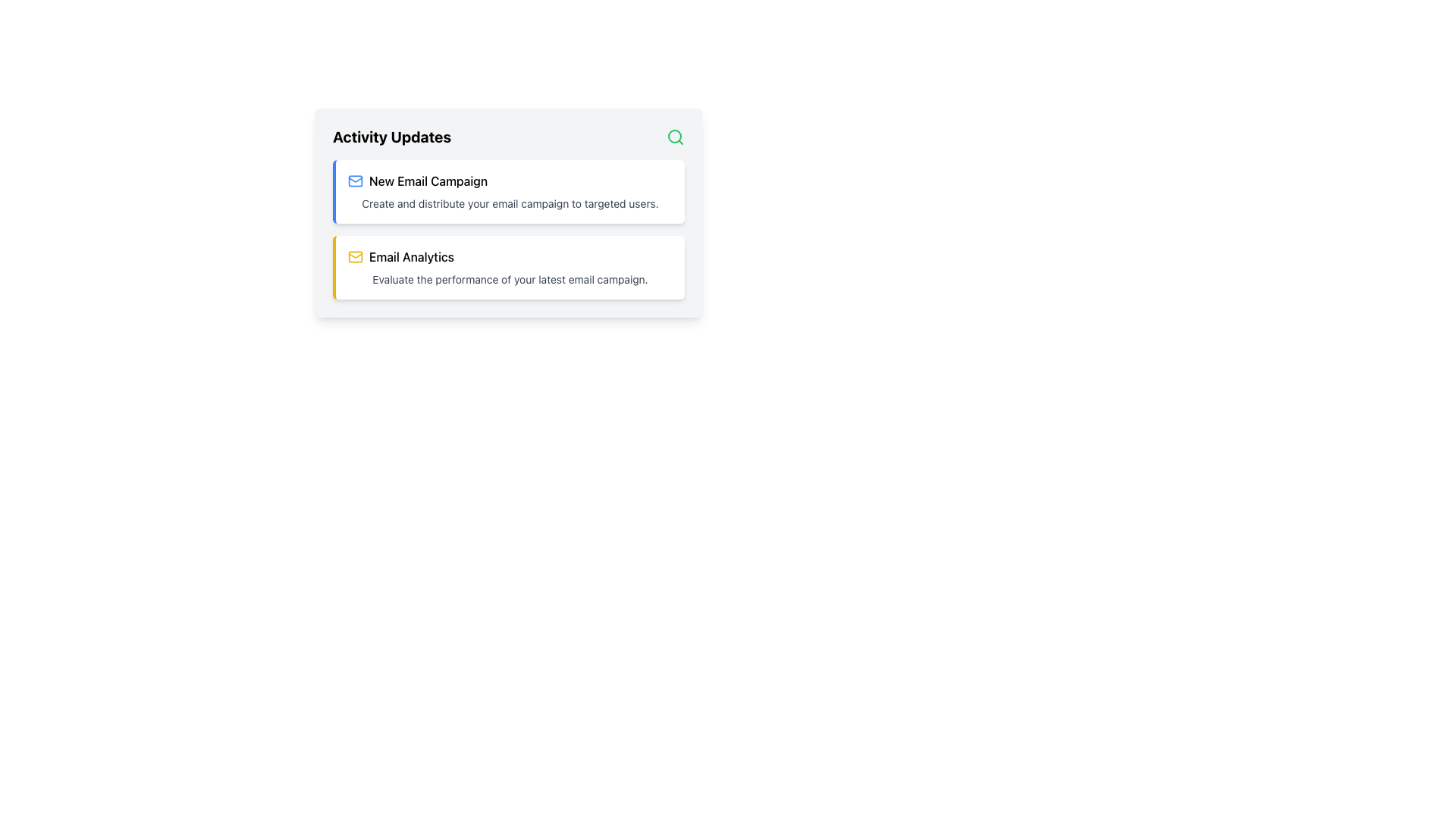 The height and width of the screenshot is (819, 1456). Describe the element at coordinates (411, 256) in the screenshot. I see `text label displaying 'Email Analytics', which is the second entry under the 'Activity Updates' section in a yellow-highlighted card` at that location.